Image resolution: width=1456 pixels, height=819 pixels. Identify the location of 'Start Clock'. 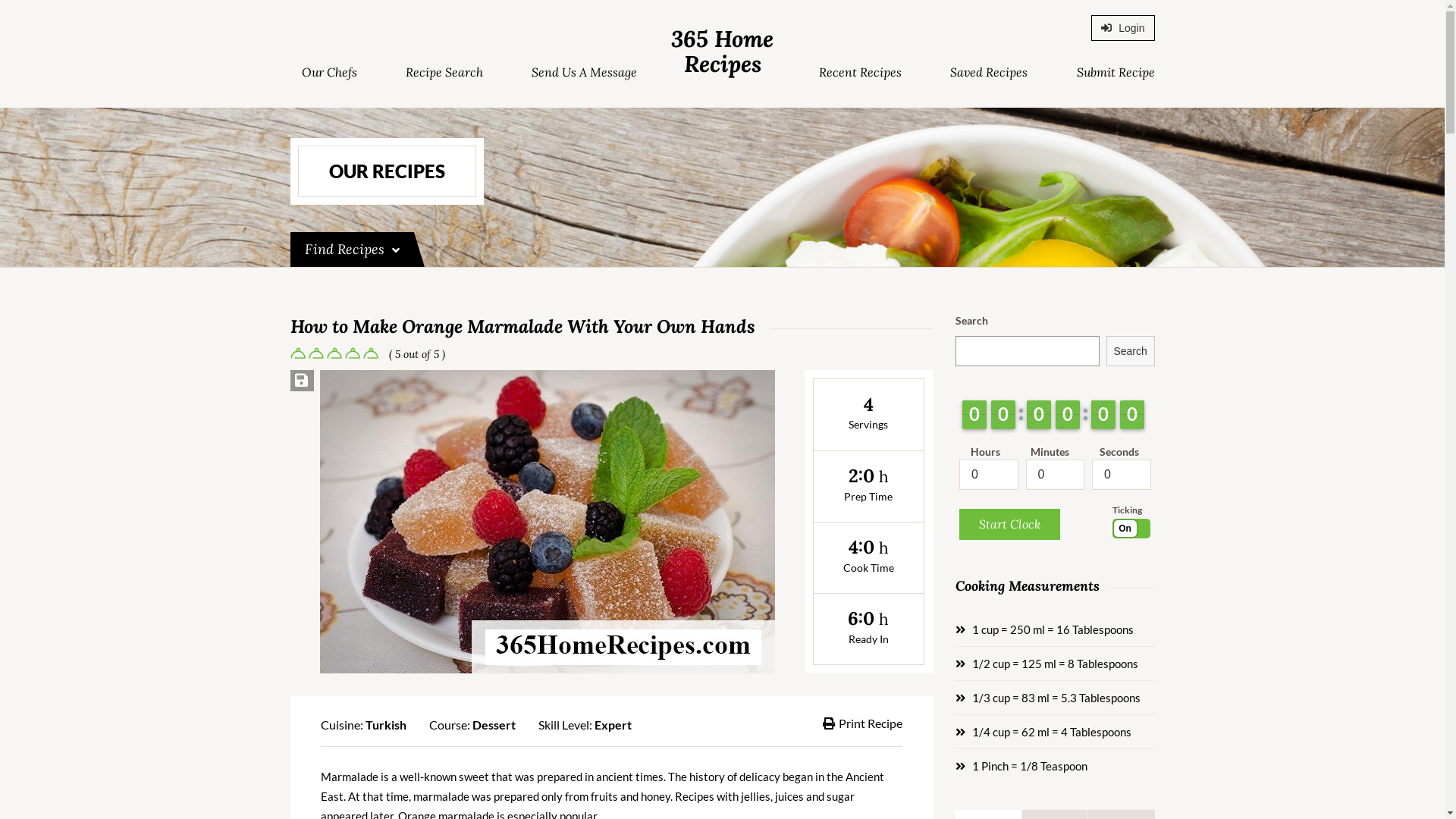
(1009, 523).